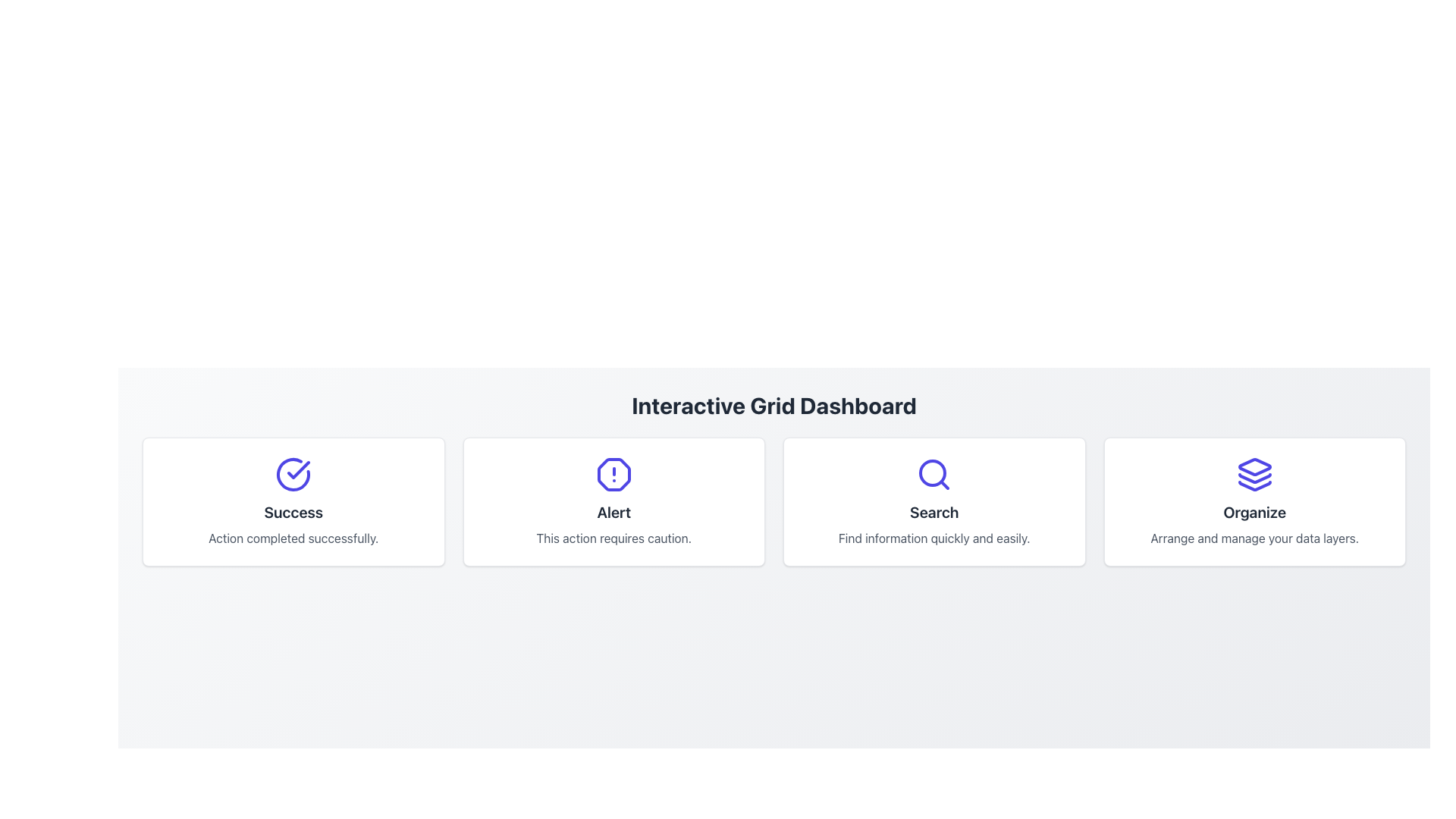  I want to click on the circular indigo outlined icon with a checkmark inside, positioned above the text 'Success' in the layout, if it is interactive, so click(293, 473).